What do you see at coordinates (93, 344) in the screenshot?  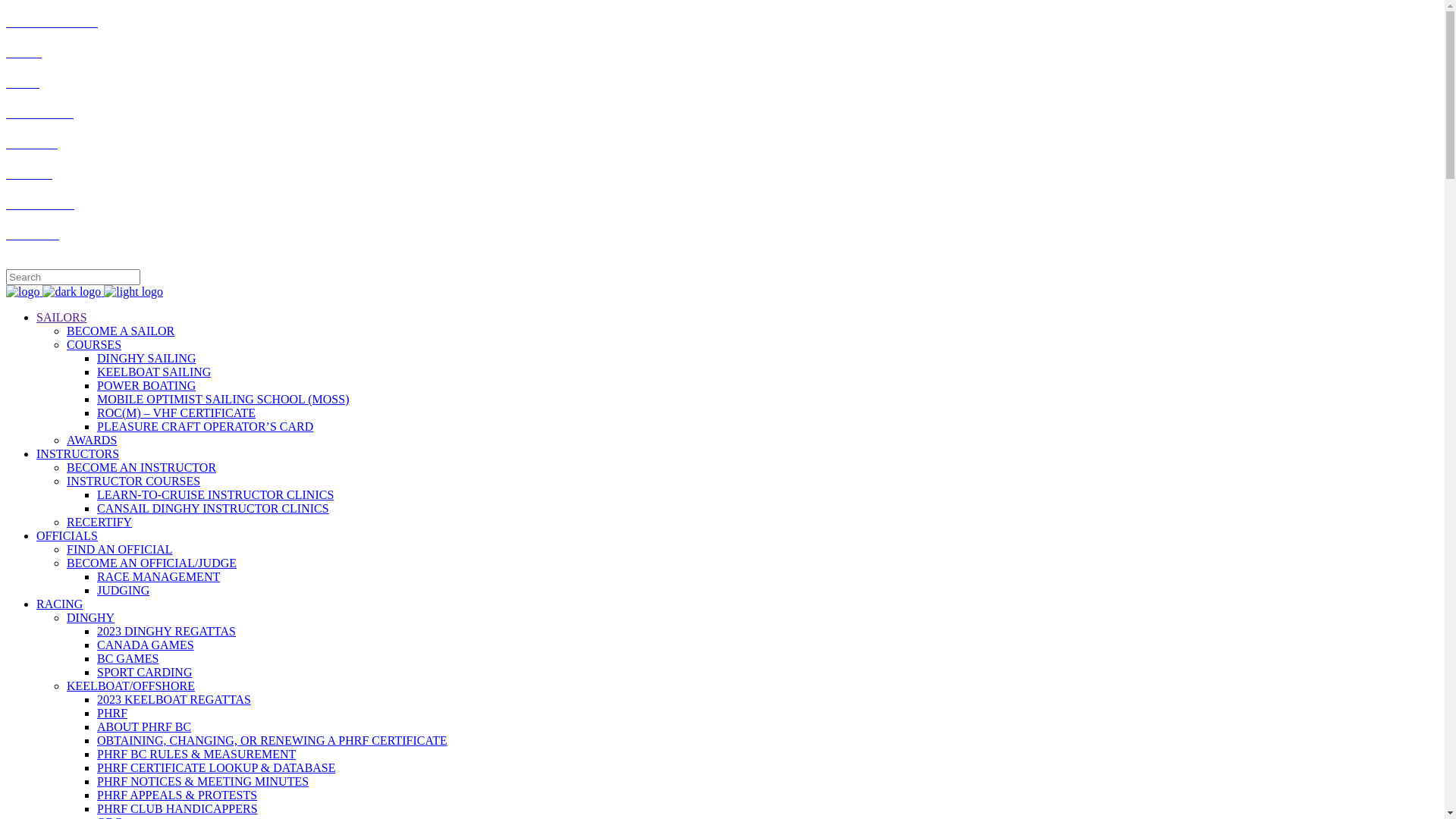 I see `'COURSES'` at bounding box center [93, 344].